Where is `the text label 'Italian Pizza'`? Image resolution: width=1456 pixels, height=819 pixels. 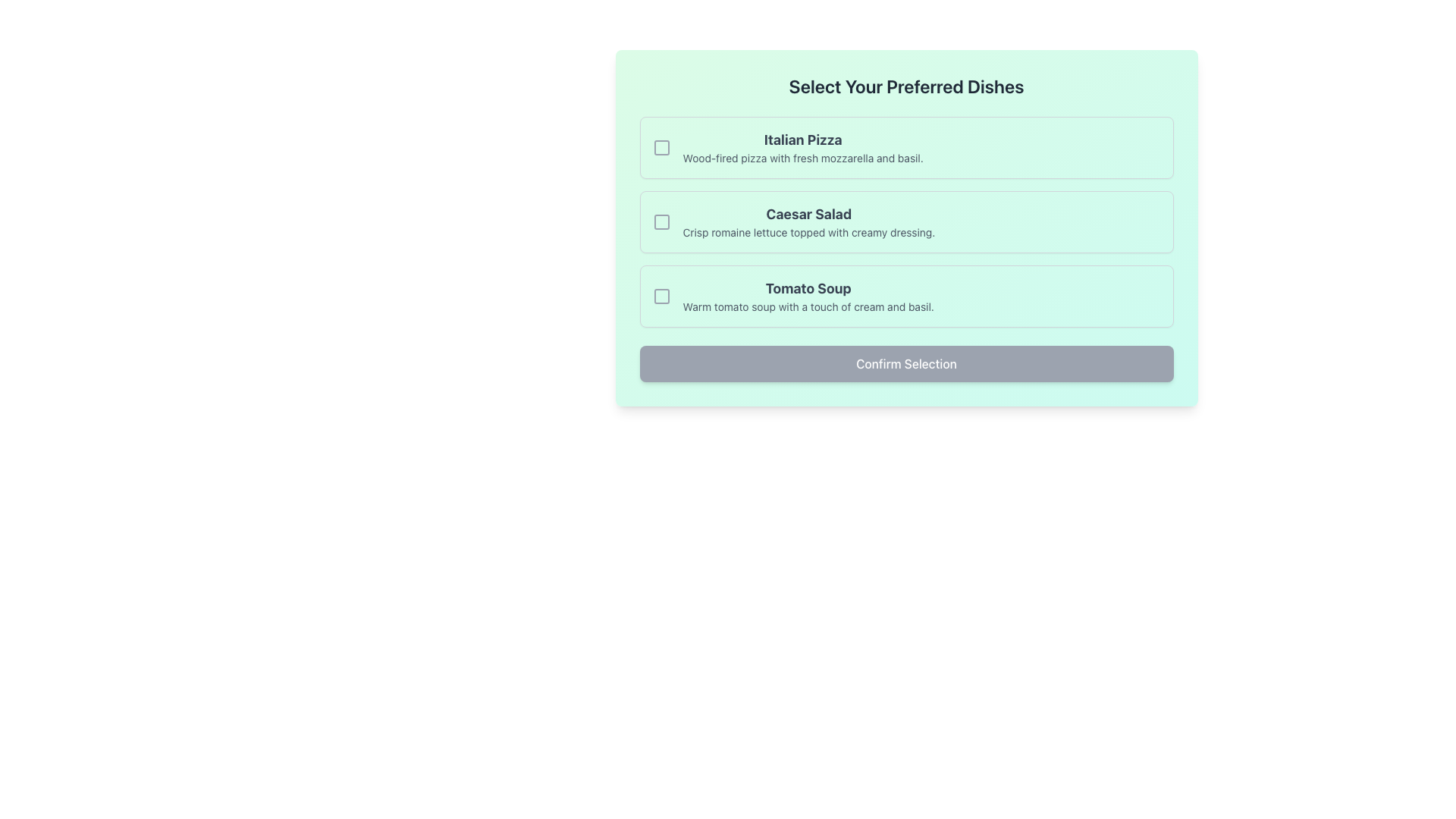 the text label 'Italian Pizza' is located at coordinates (802, 140).